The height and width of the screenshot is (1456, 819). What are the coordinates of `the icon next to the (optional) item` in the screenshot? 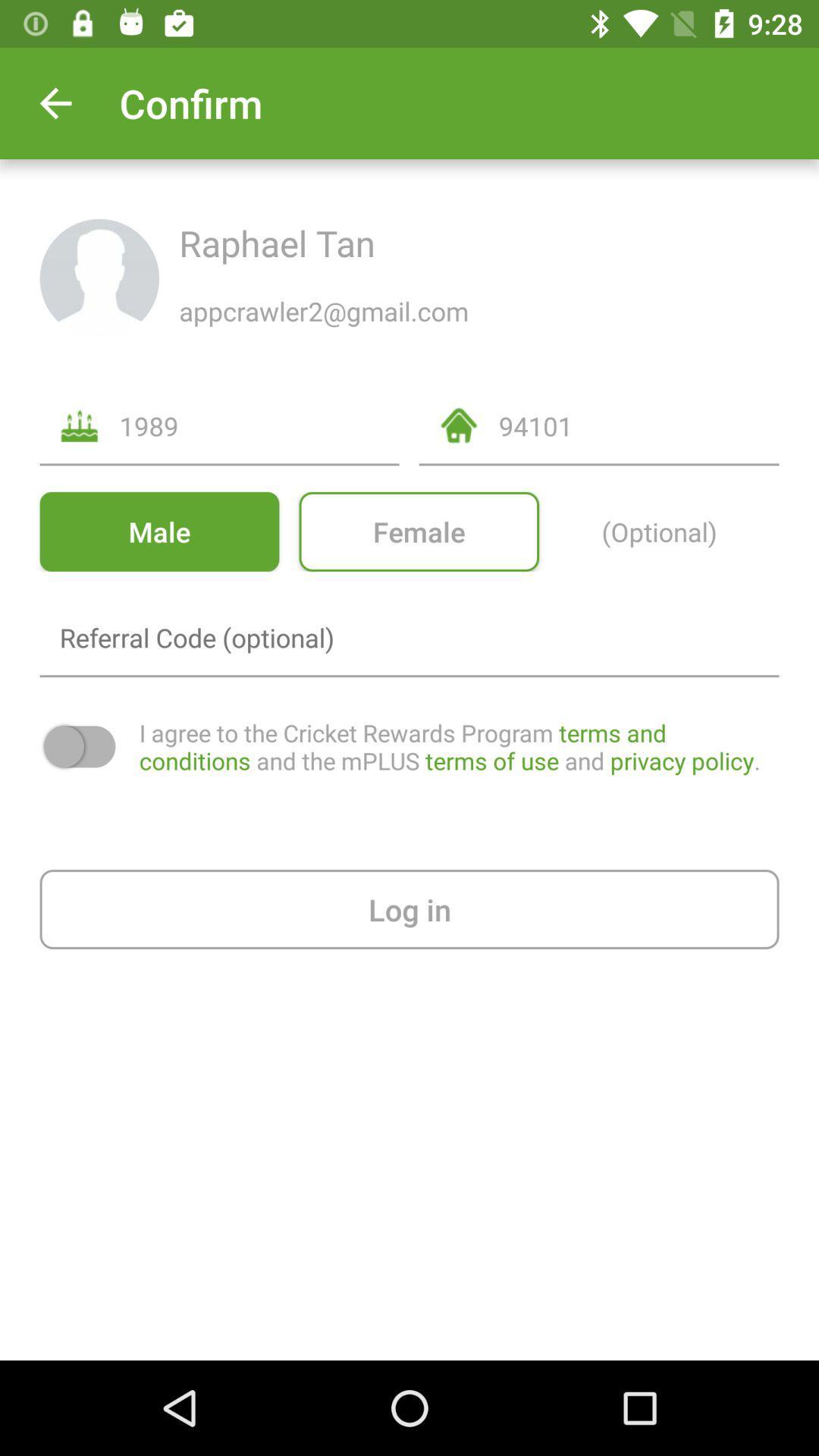 It's located at (419, 532).